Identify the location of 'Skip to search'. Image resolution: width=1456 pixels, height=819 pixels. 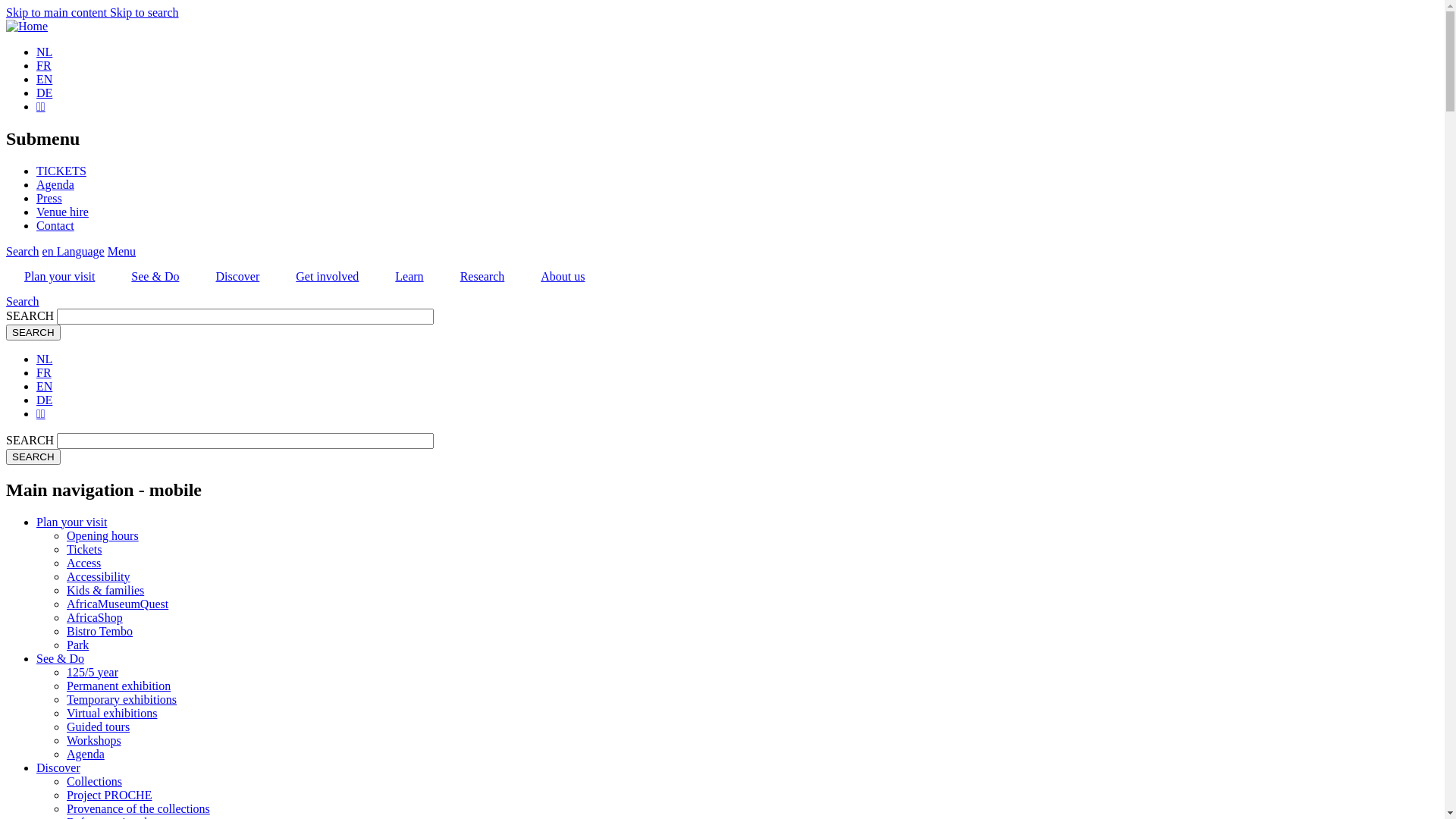
(144, 12).